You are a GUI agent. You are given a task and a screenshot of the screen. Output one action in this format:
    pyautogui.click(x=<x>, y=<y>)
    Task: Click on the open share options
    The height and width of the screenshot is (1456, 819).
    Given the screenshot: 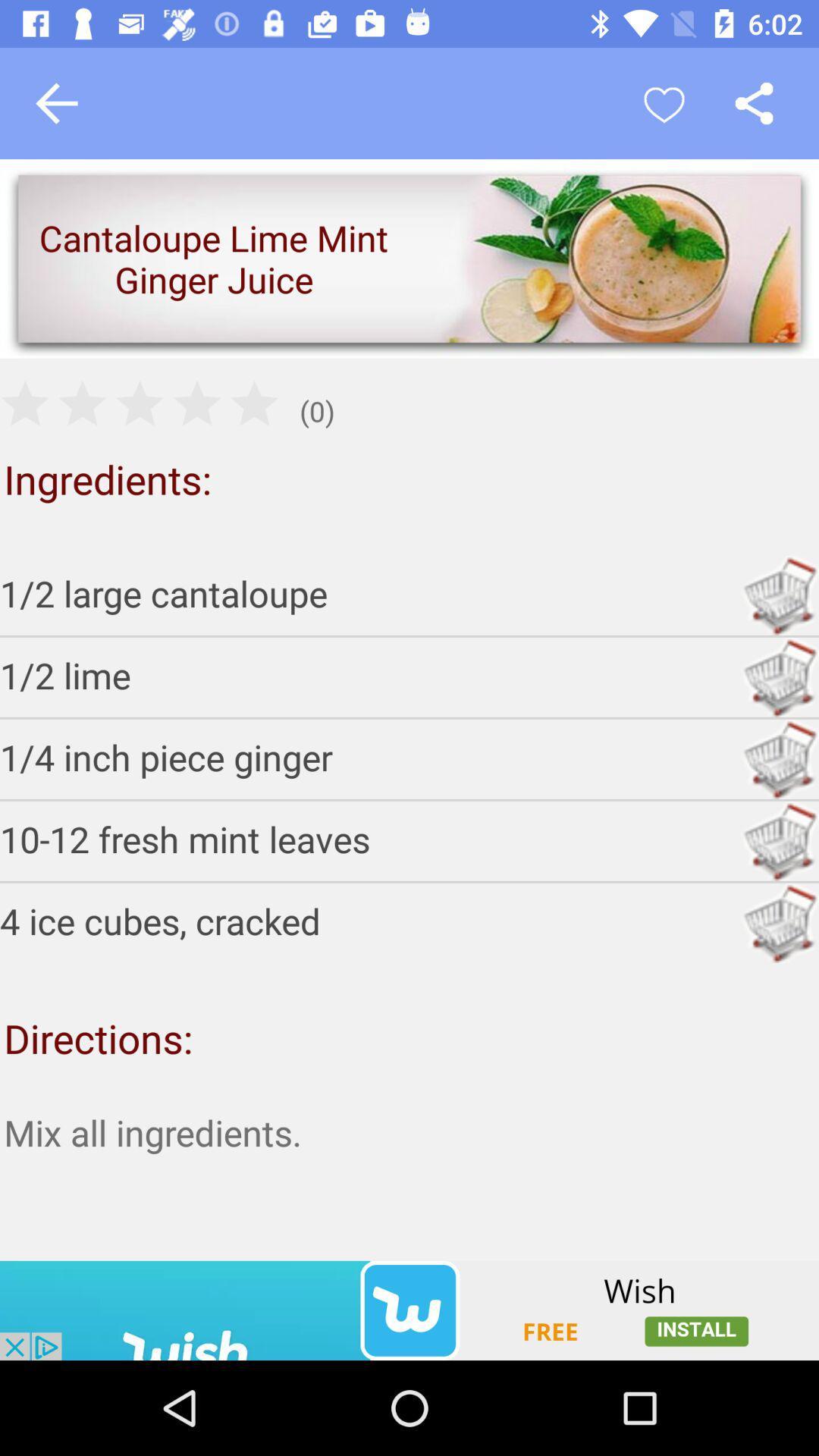 What is the action you would take?
    pyautogui.click(x=754, y=102)
    